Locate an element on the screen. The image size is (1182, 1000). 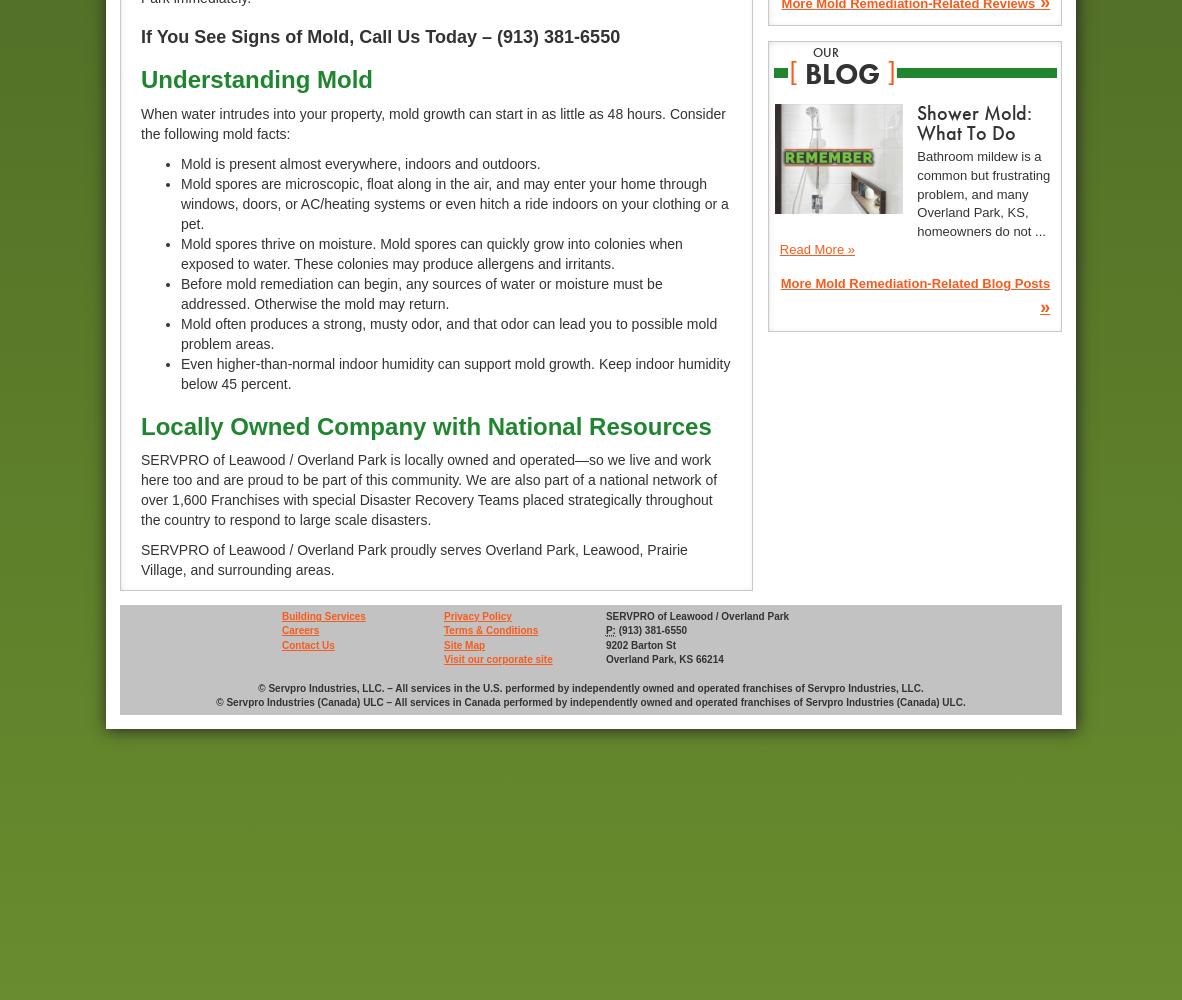
'Before mold remediation can begin, any sources of water or moisture must be addressed. Otherwise the mold may return.' is located at coordinates (420, 293).